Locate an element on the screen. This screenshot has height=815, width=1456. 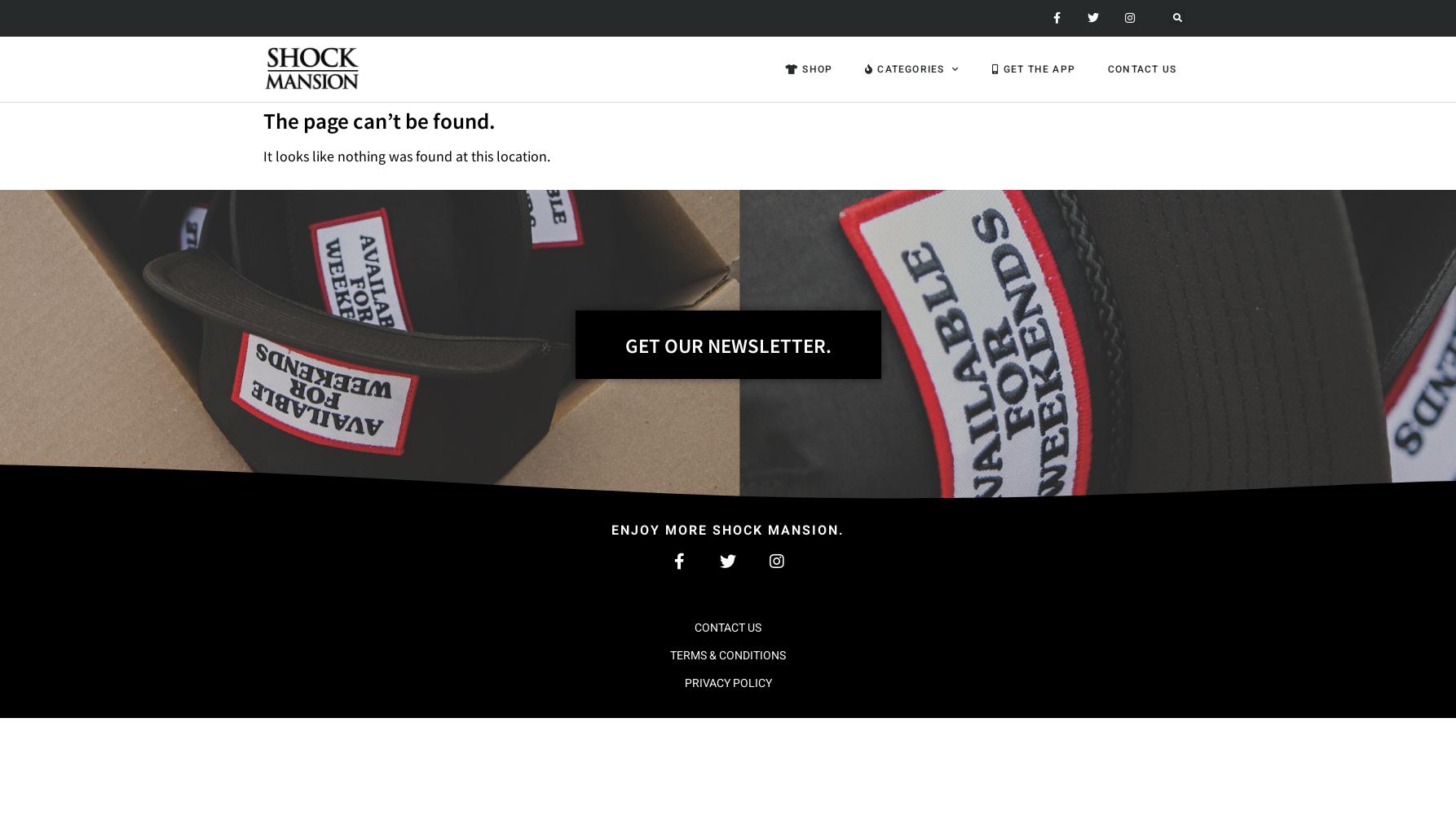
'Terms & Conditions' is located at coordinates (728, 654).